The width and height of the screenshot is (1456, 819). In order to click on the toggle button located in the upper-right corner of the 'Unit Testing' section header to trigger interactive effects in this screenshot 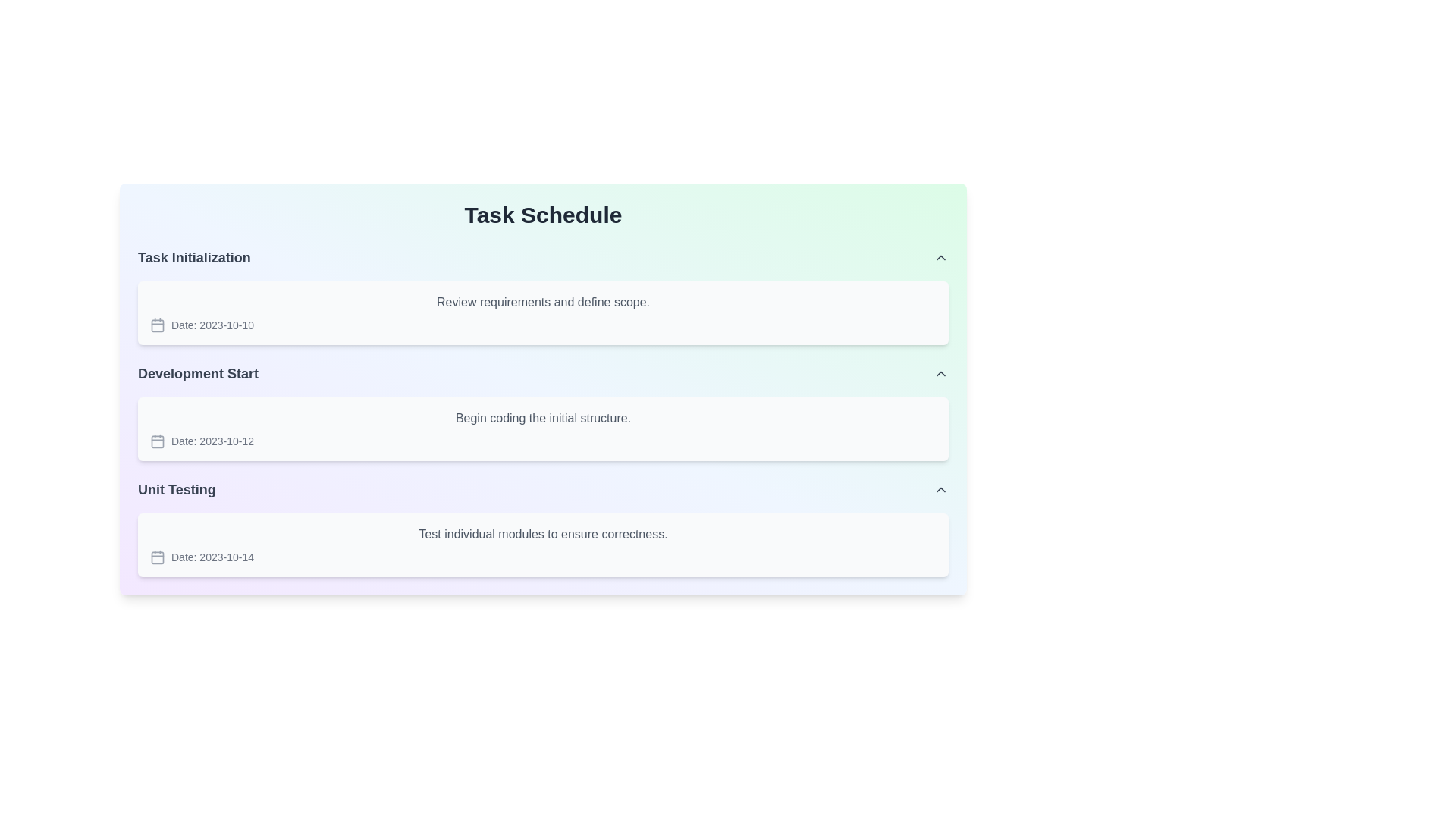, I will do `click(940, 489)`.